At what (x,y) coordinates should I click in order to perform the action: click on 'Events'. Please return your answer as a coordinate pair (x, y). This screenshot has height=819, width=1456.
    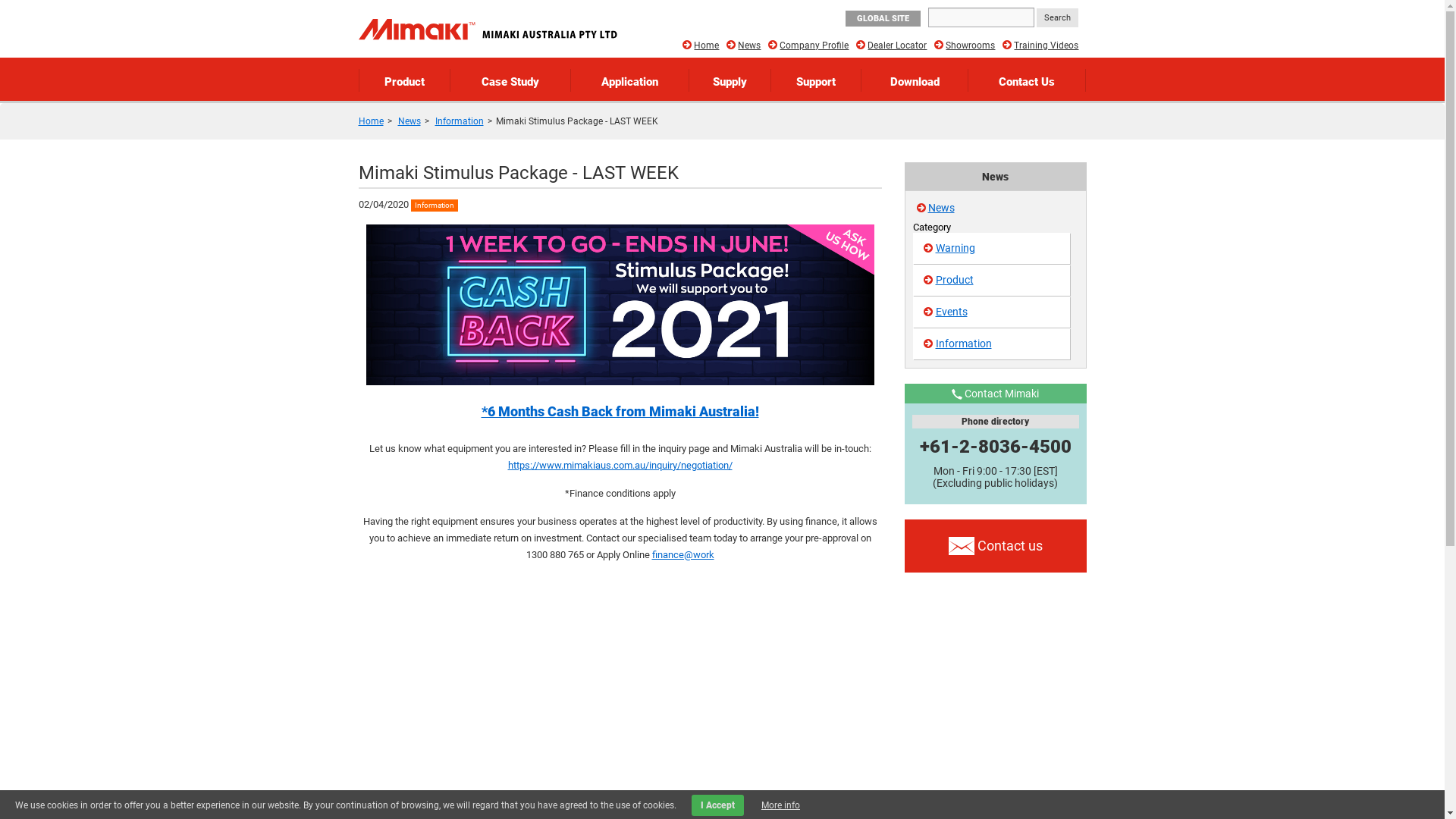
    Looking at the image, I should click on (991, 311).